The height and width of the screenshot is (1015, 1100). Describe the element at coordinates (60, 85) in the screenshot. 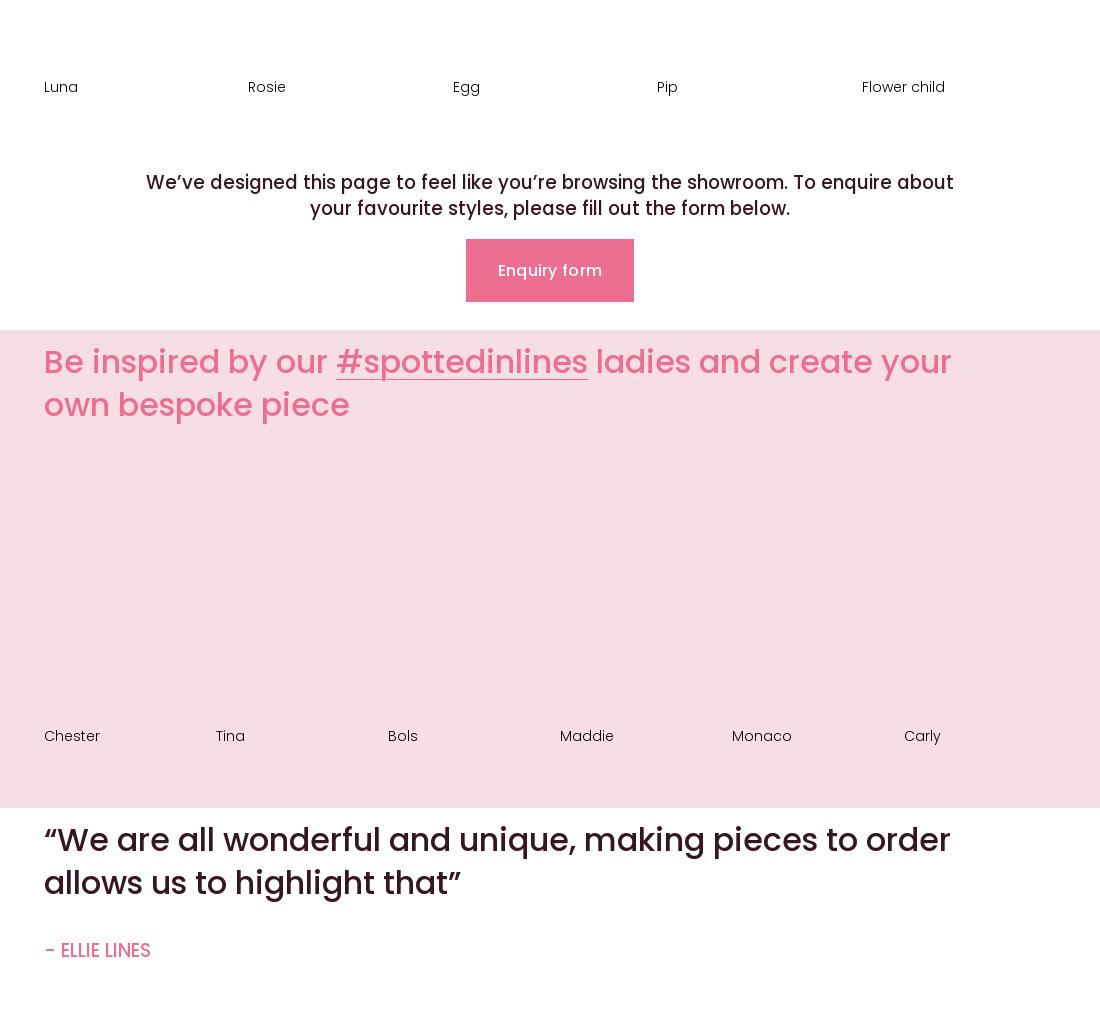

I see `'Luna'` at that location.